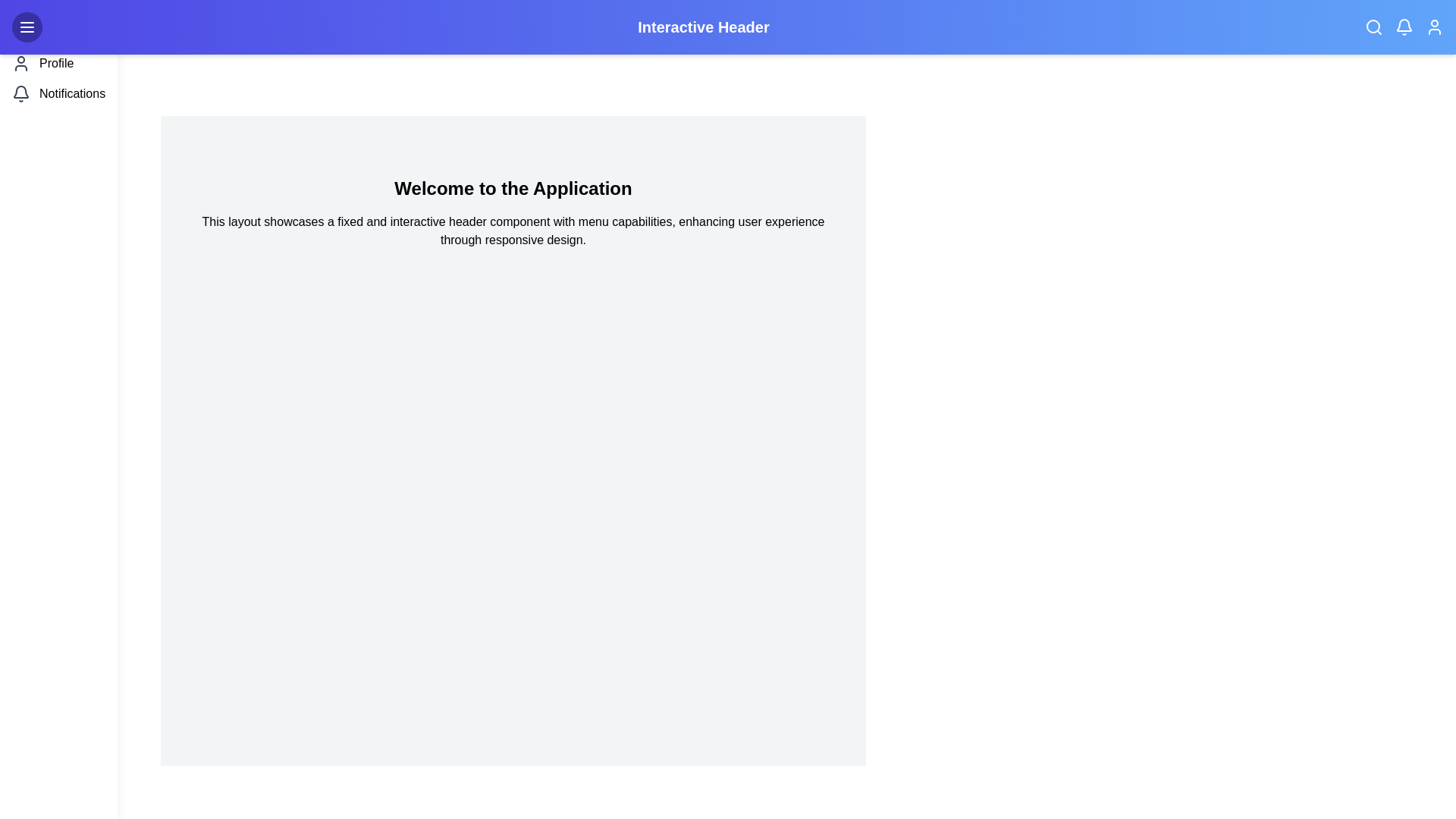 The width and height of the screenshot is (1456, 819). Describe the element at coordinates (1373, 27) in the screenshot. I see `the search icon button located in the top-right corner of the interface` at that location.